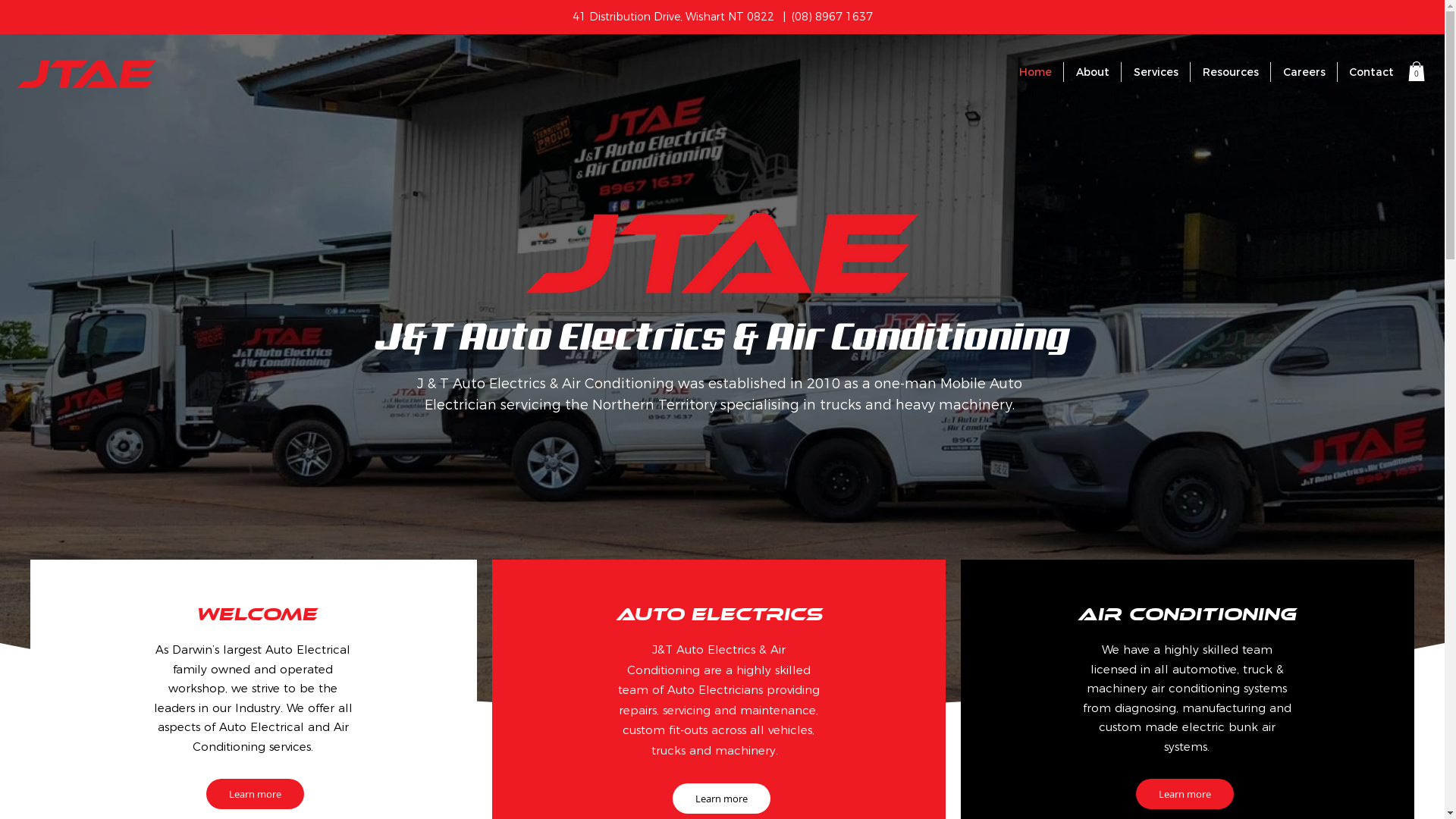 The width and height of the screenshot is (1456, 819). Describe the element at coordinates (1034, 72) in the screenshot. I see `'Home'` at that location.